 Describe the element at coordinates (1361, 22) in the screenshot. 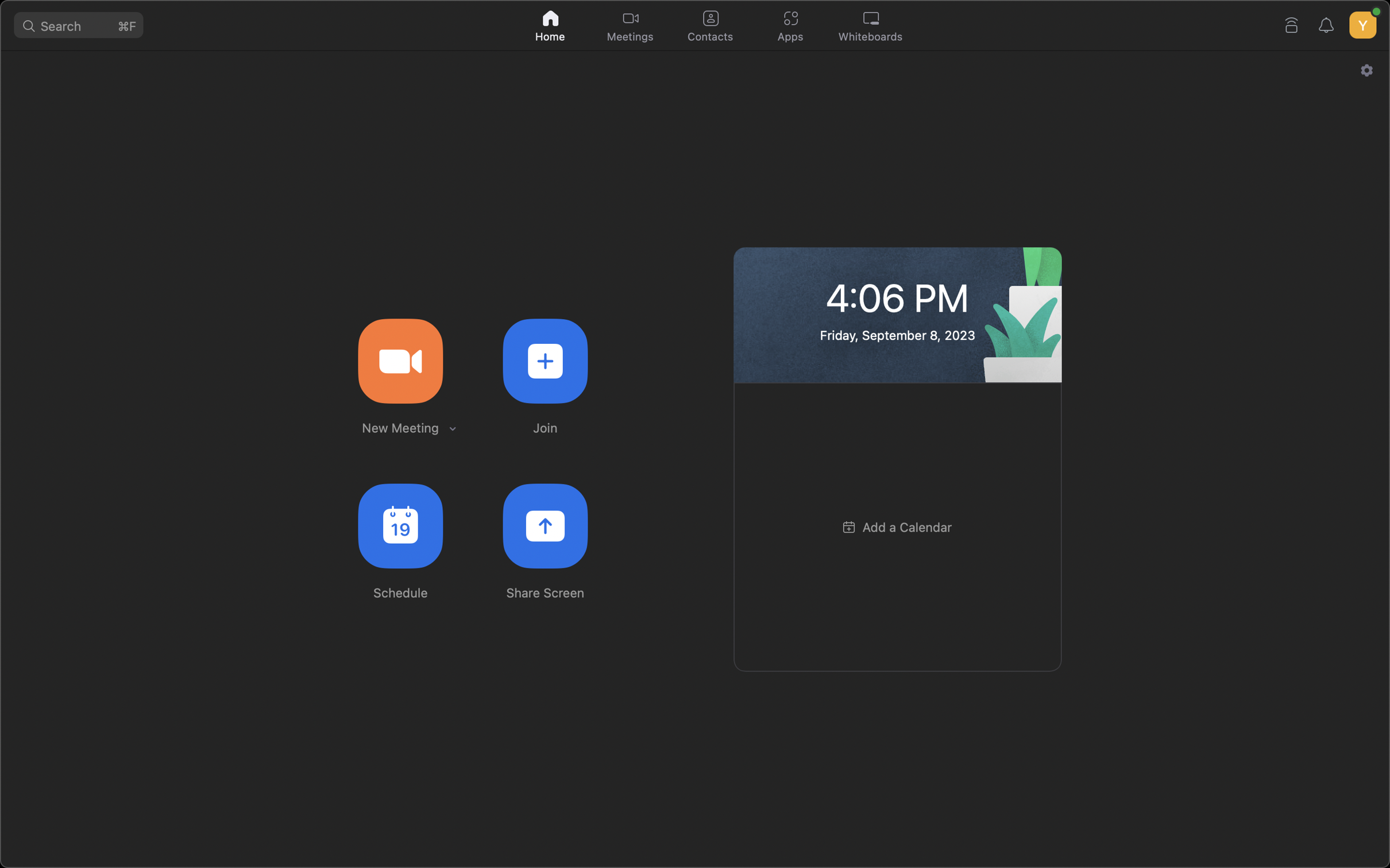

I see `your profile picture to reach your account settings` at that location.